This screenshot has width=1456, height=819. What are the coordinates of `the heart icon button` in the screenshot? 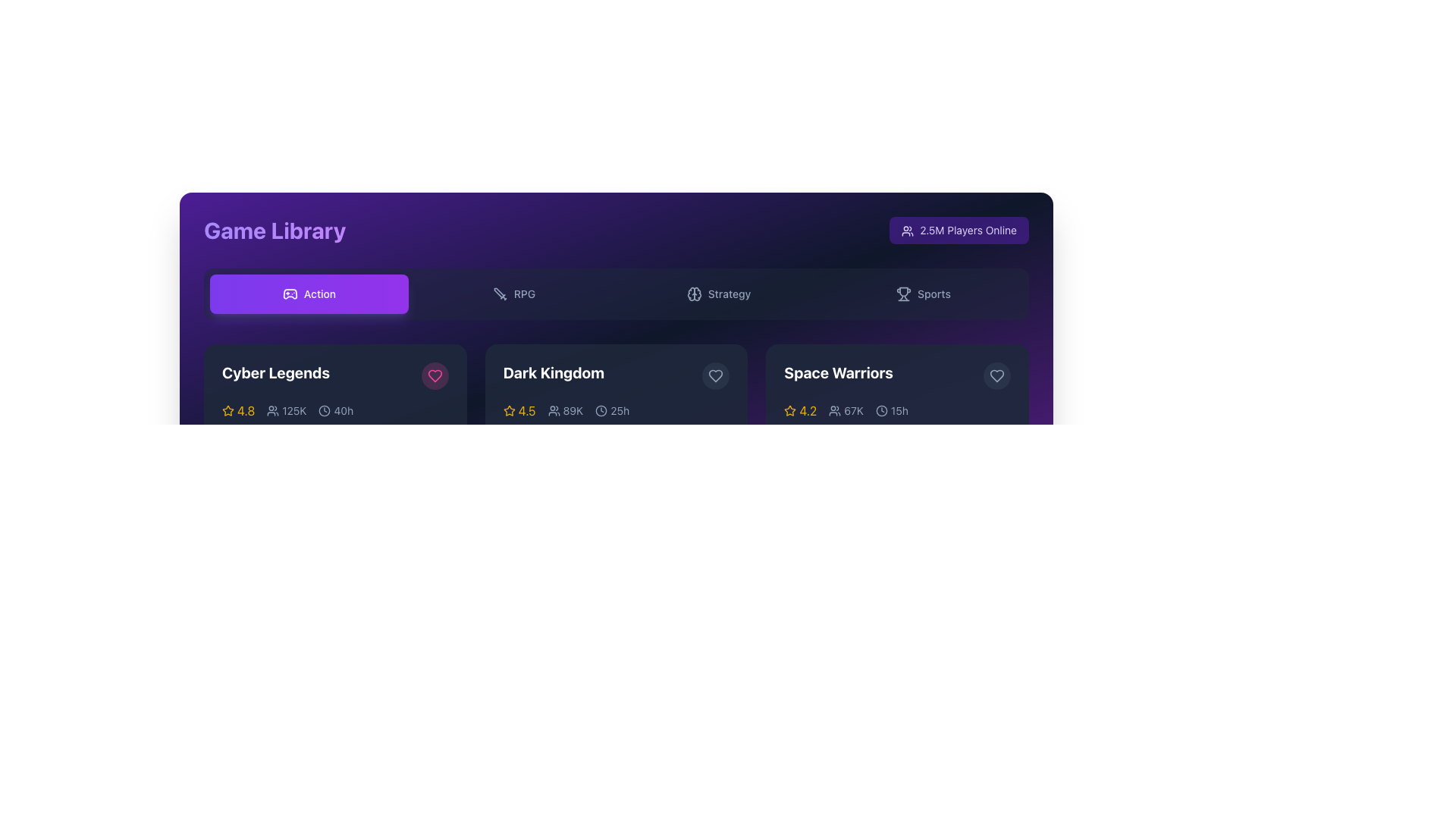 It's located at (715, 375).